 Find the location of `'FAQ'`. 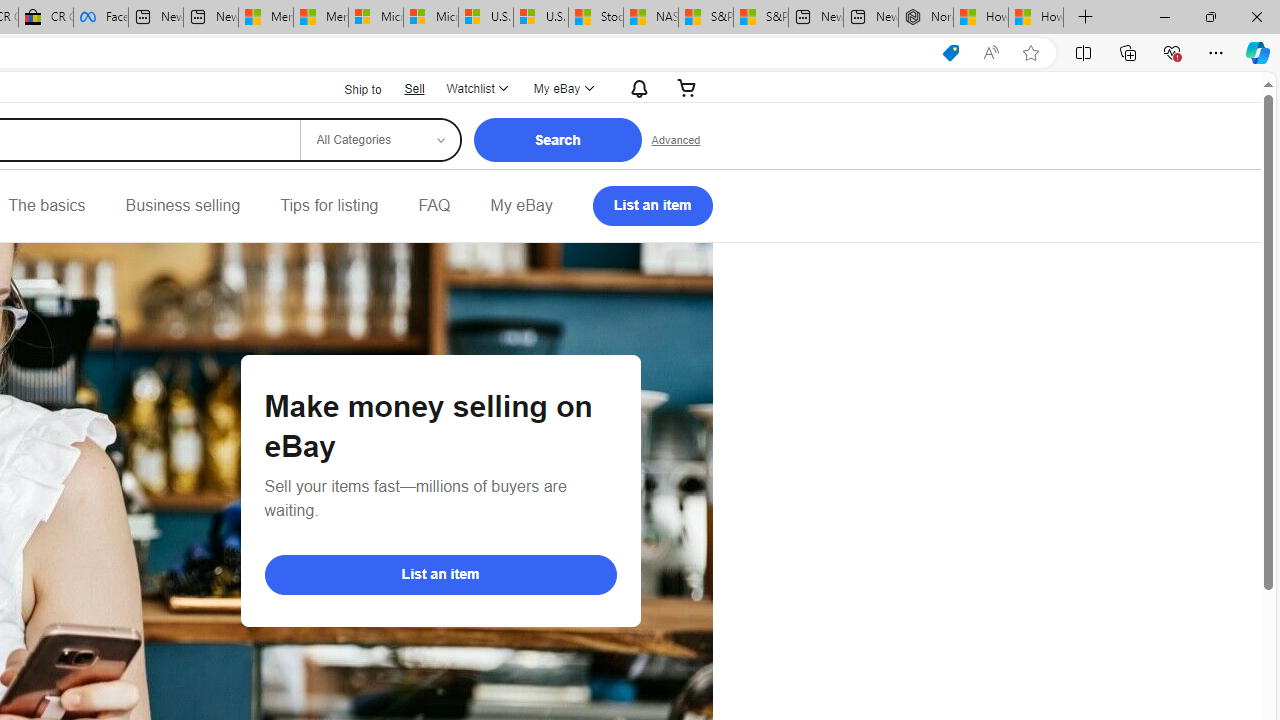

'FAQ' is located at coordinates (433, 205).